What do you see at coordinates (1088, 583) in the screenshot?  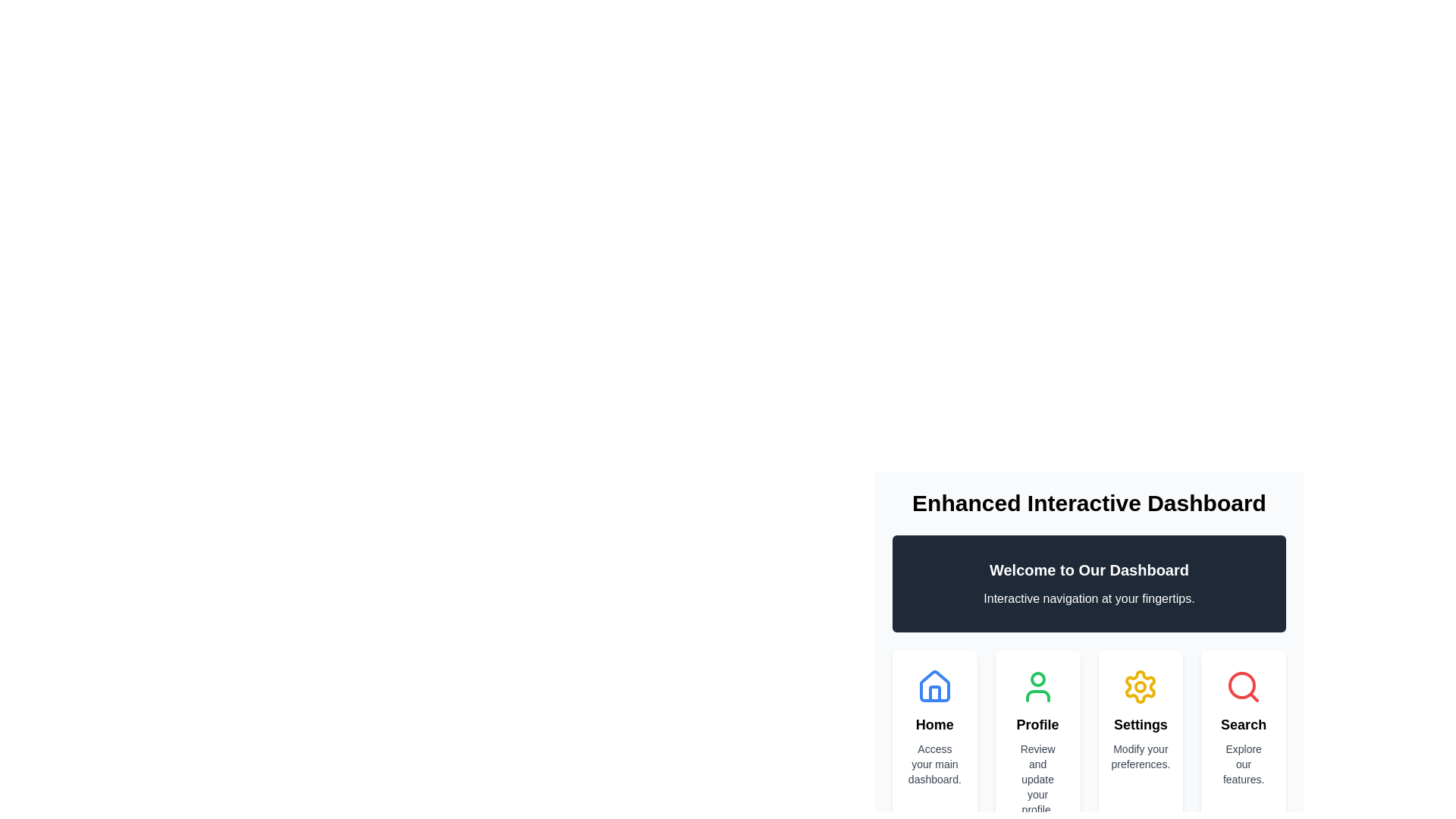 I see `the prominent introductory static text section at the top of the dashboard, which includes a title and subtitle` at bounding box center [1088, 583].